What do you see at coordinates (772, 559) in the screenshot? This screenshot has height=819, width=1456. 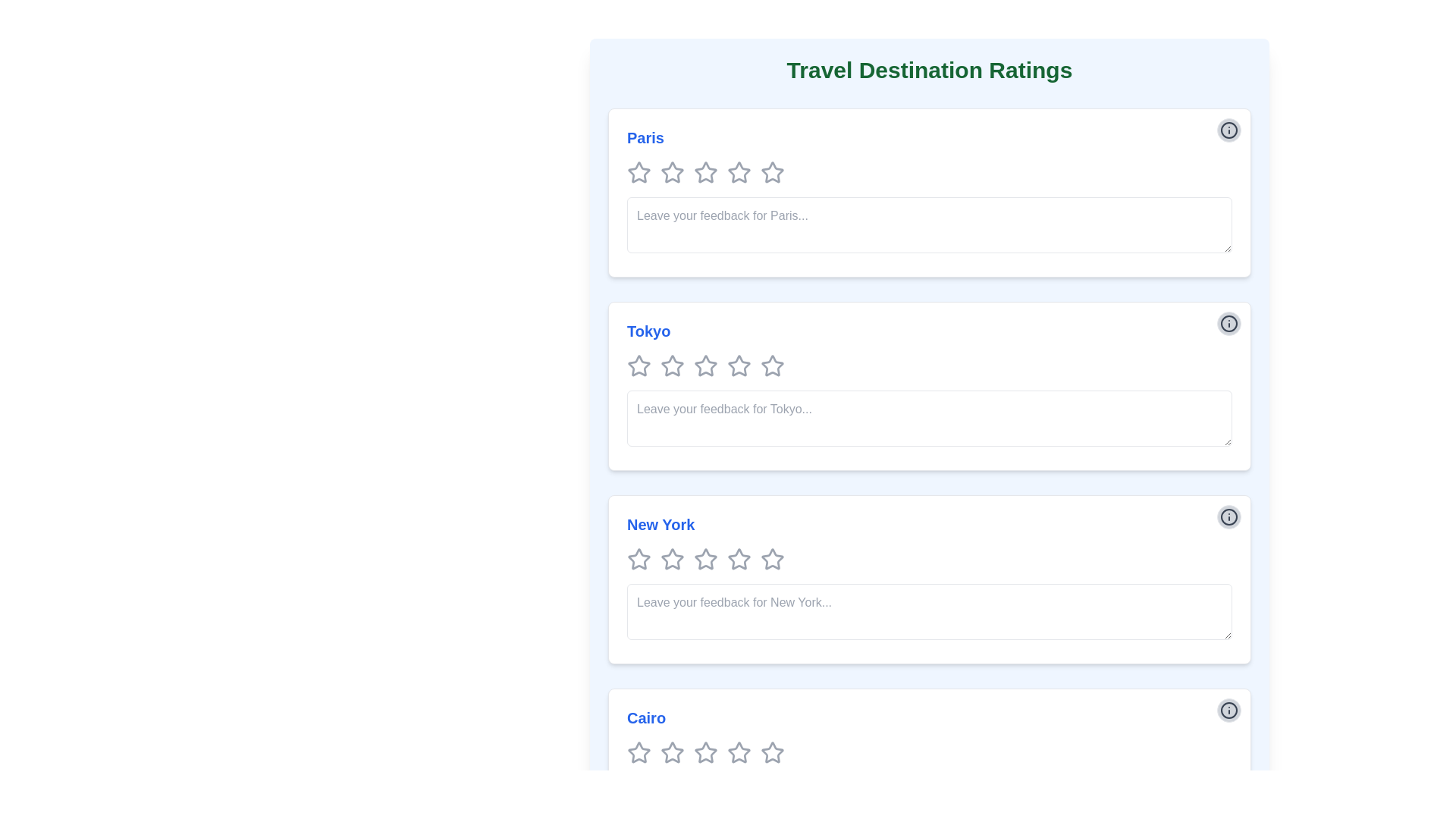 I see `the highlighted star icon in the horizontal row of rating stars under the 'New York' section` at bounding box center [772, 559].